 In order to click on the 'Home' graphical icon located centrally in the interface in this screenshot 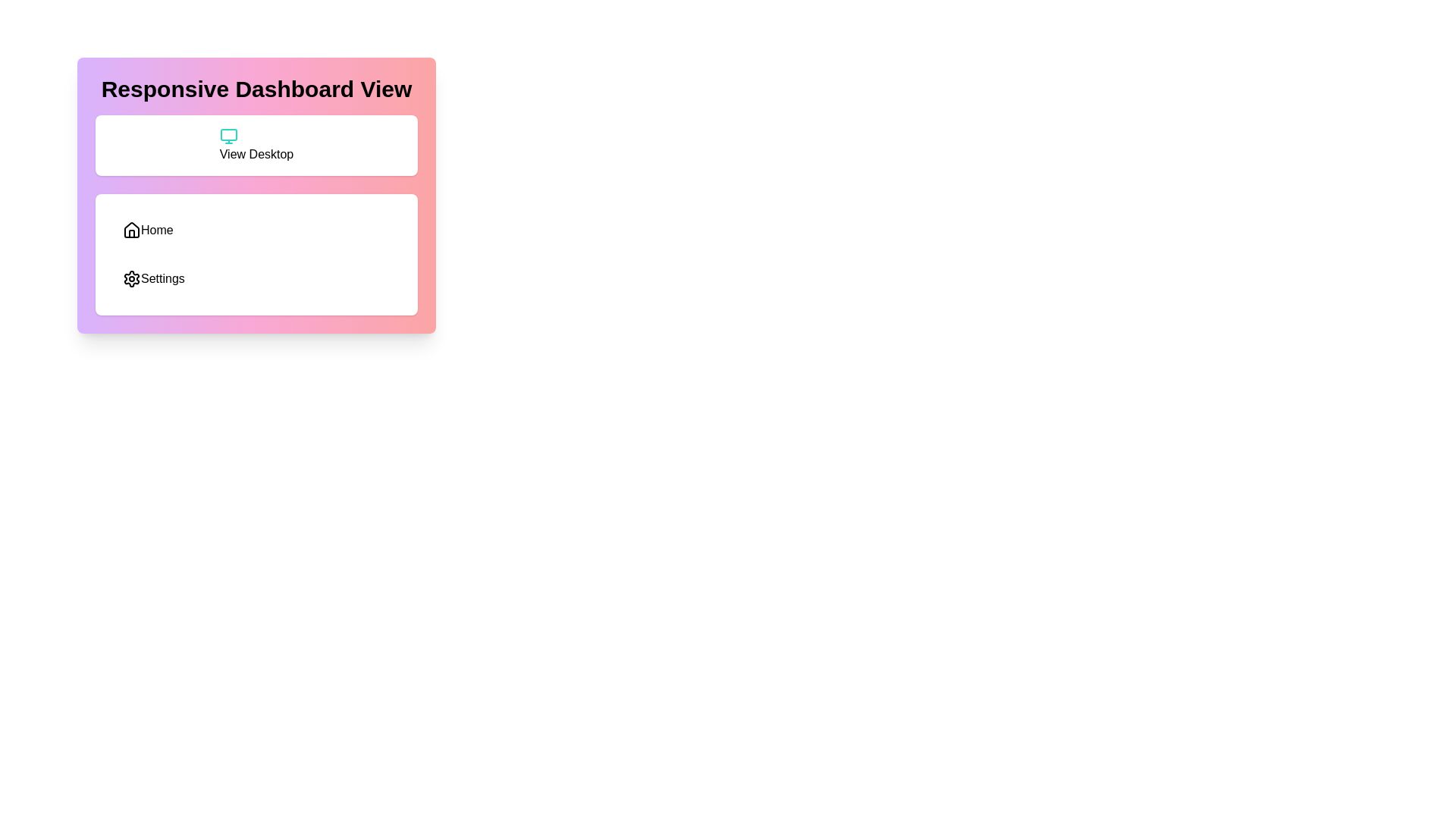, I will do `click(131, 230)`.